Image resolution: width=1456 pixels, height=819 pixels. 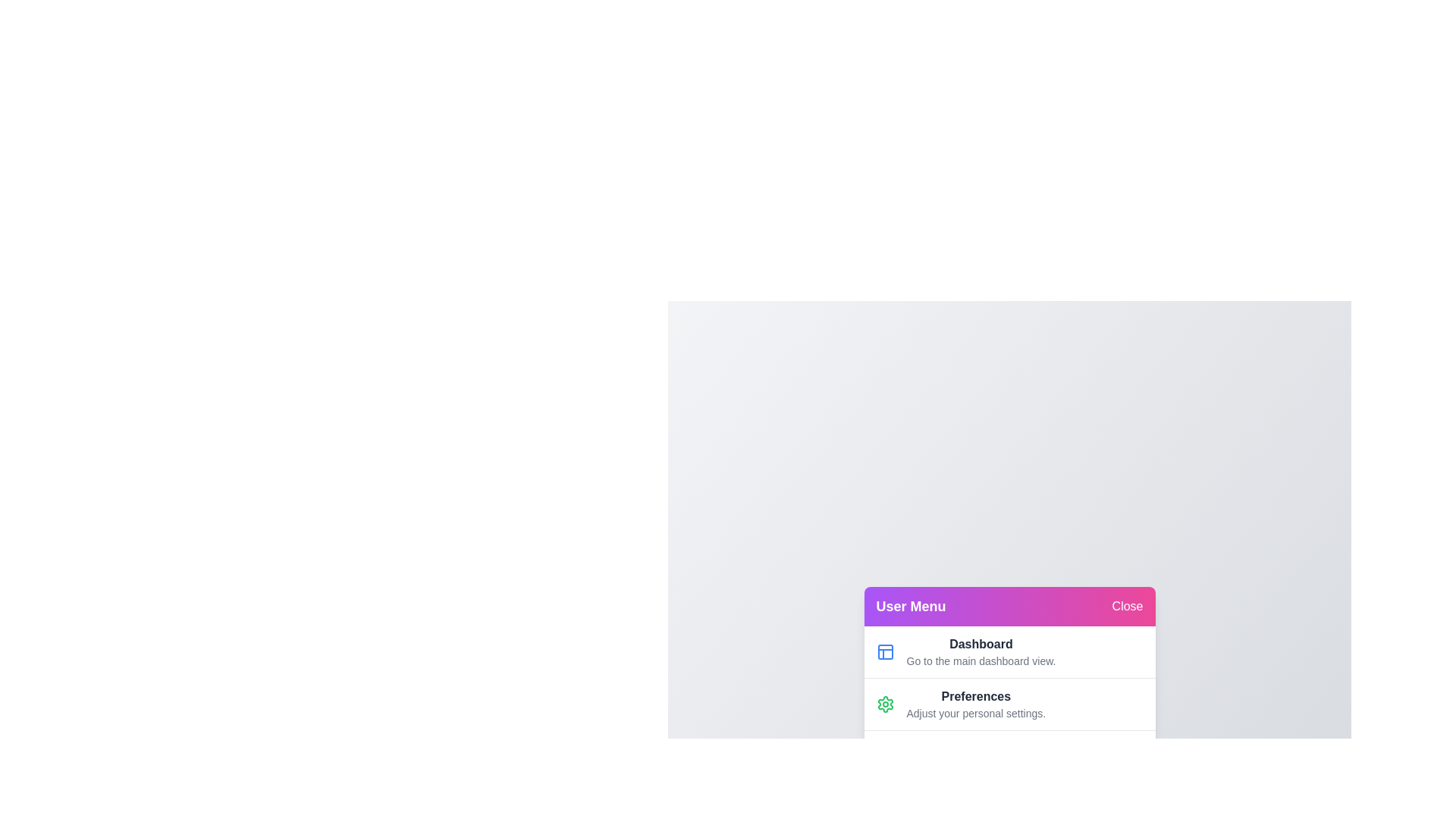 What do you see at coordinates (981, 651) in the screenshot?
I see `the menu item Dashboard by clicking on it` at bounding box center [981, 651].